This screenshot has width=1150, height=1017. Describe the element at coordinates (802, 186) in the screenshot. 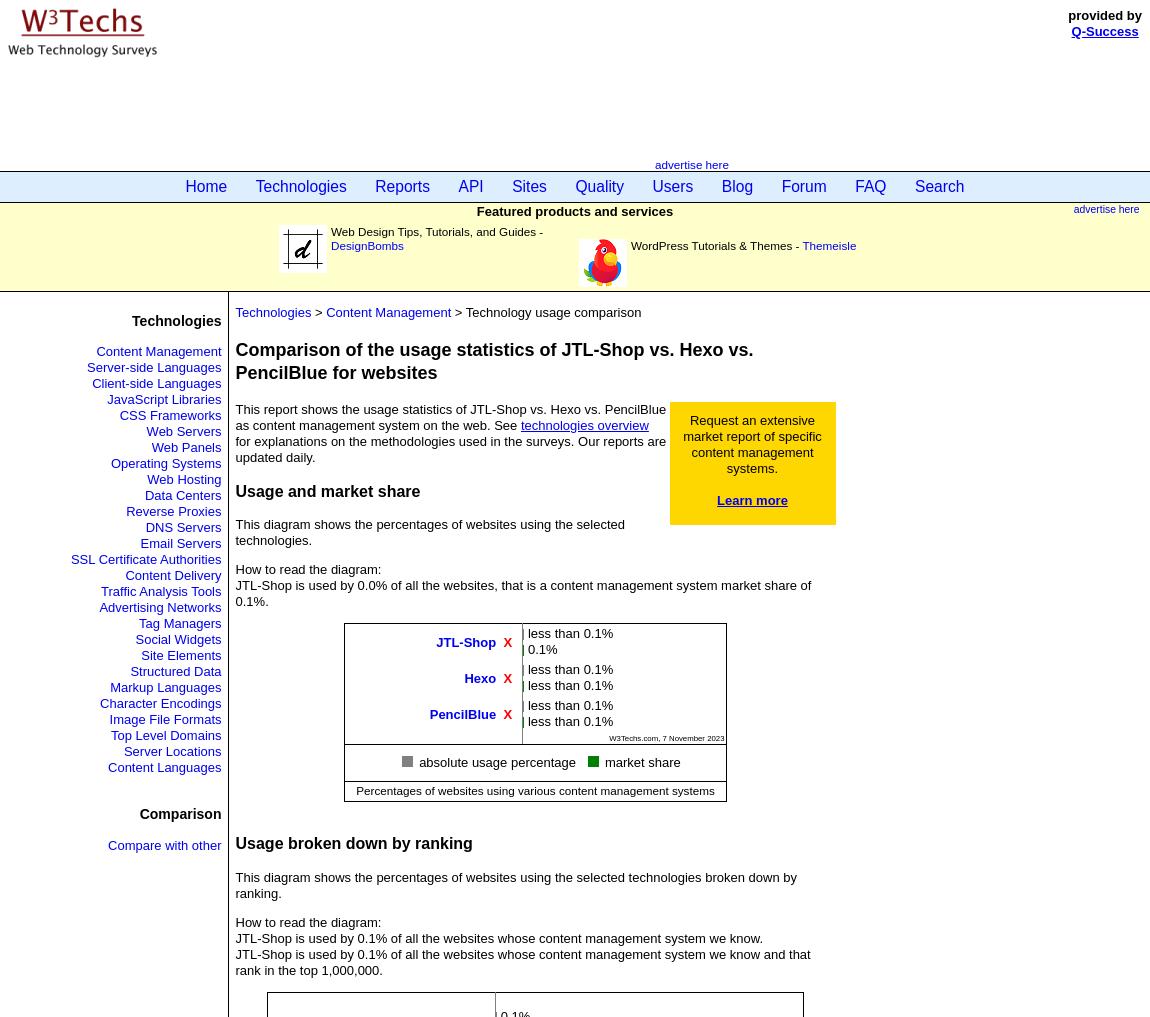

I see `'Forum'` at that location.